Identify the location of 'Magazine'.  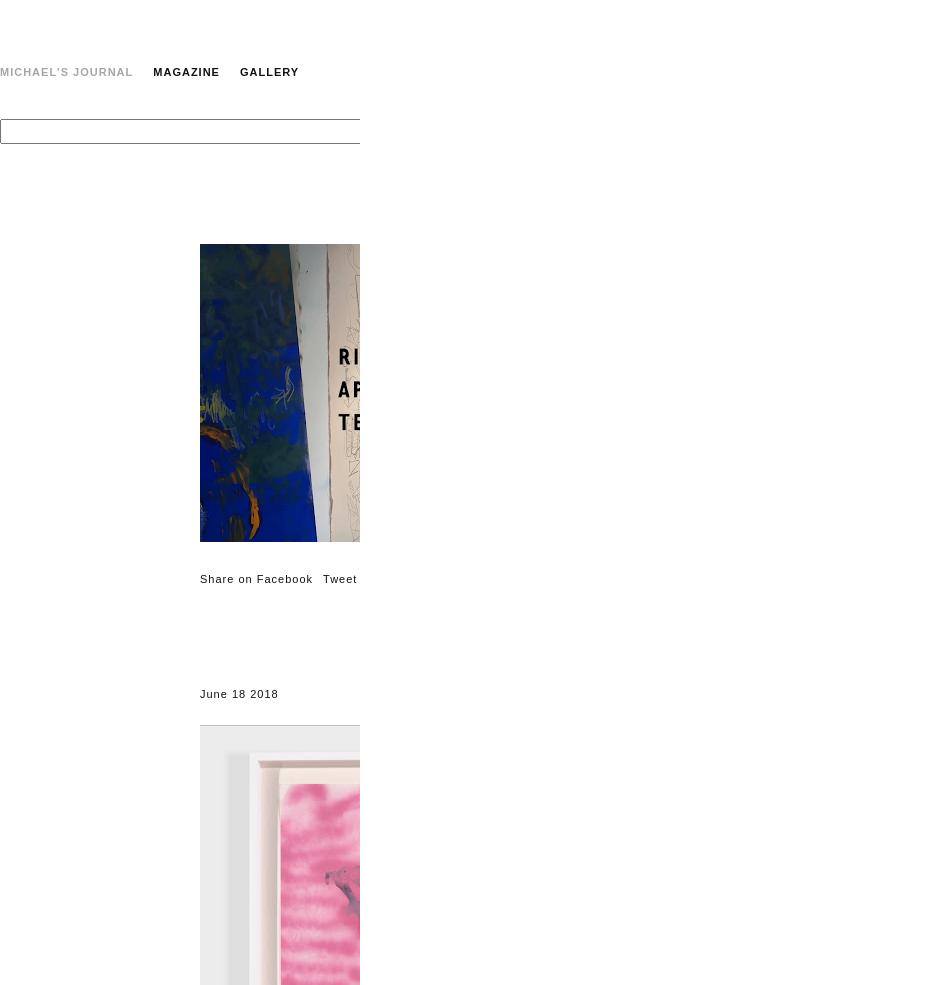
(185, 71).